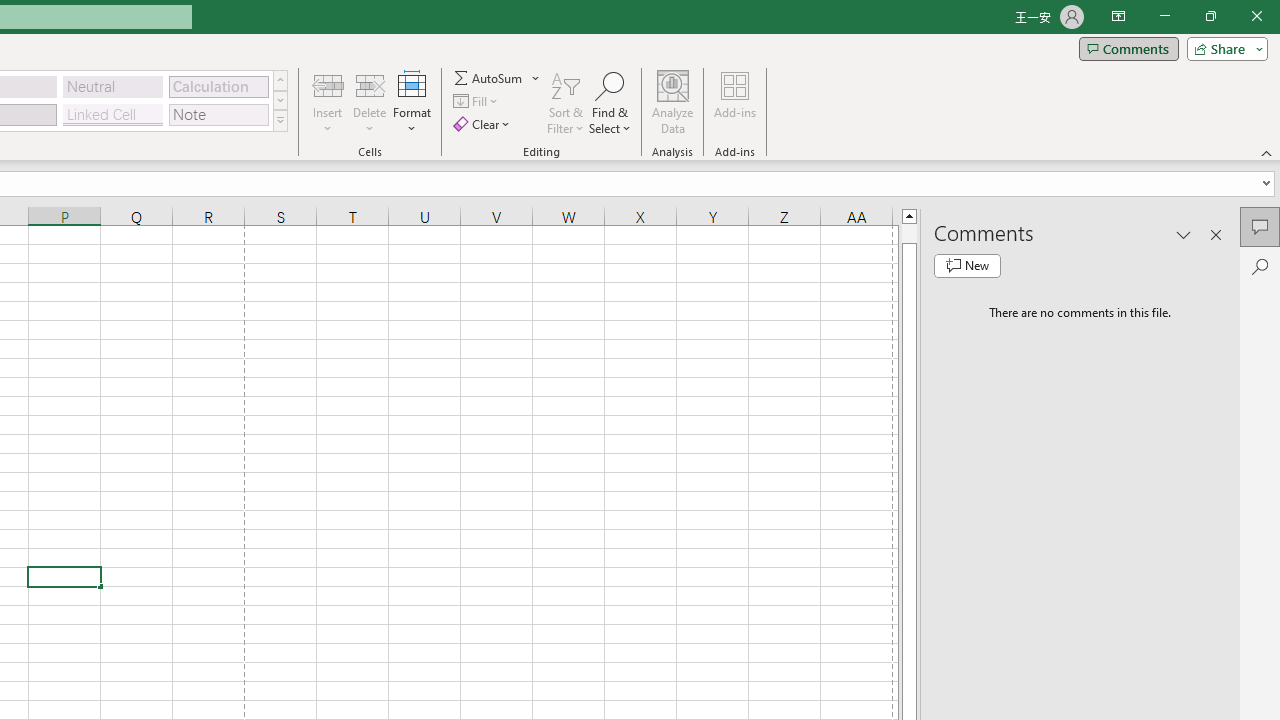  I want to click on 'New comment', so click(967, 265).